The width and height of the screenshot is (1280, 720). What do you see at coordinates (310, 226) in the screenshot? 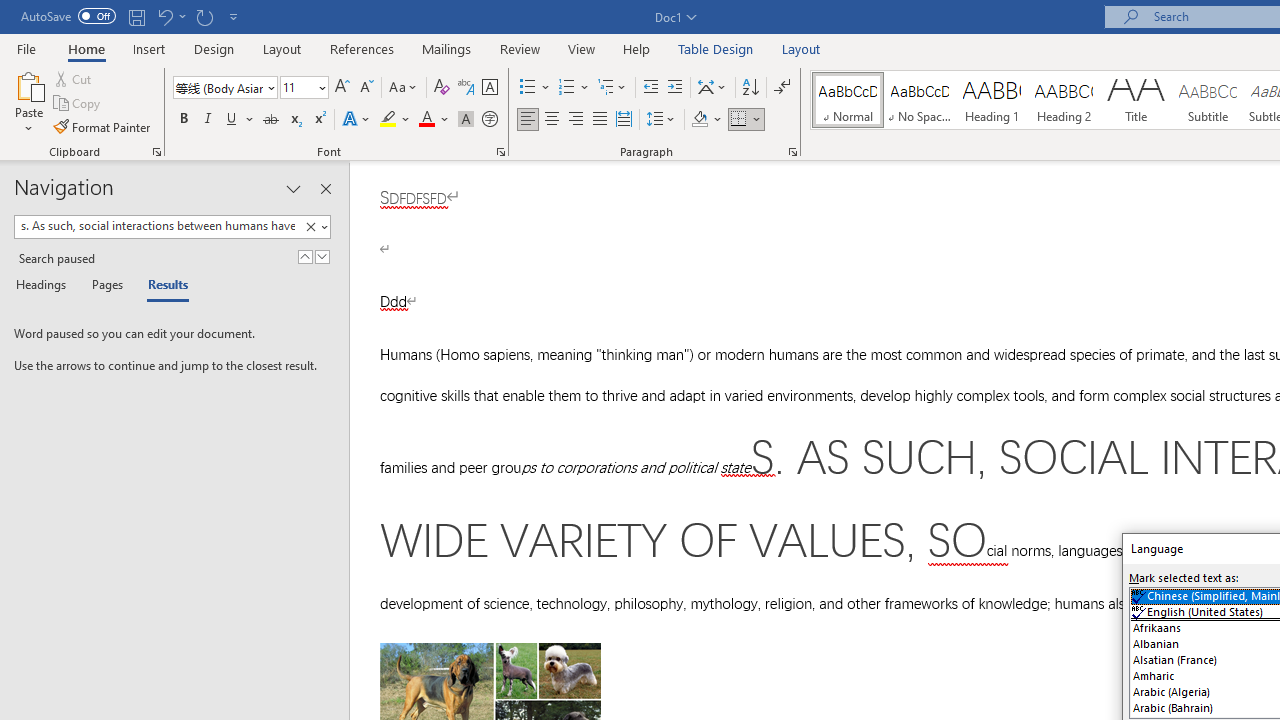
I see `'Clear'` at bounding box center [310, 226].